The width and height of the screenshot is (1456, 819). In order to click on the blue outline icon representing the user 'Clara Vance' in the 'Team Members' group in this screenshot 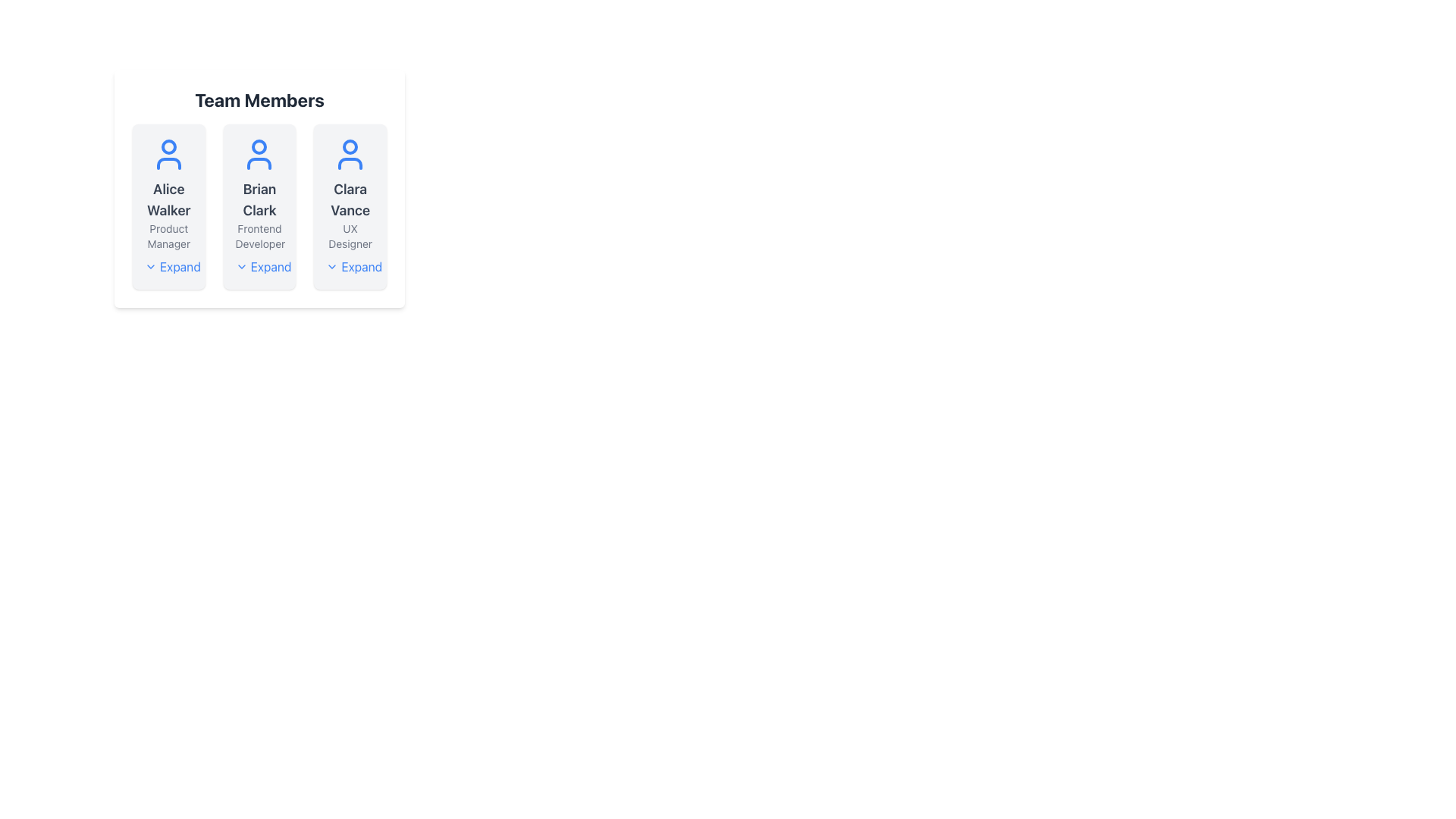, I will do `click(350, 155)`.